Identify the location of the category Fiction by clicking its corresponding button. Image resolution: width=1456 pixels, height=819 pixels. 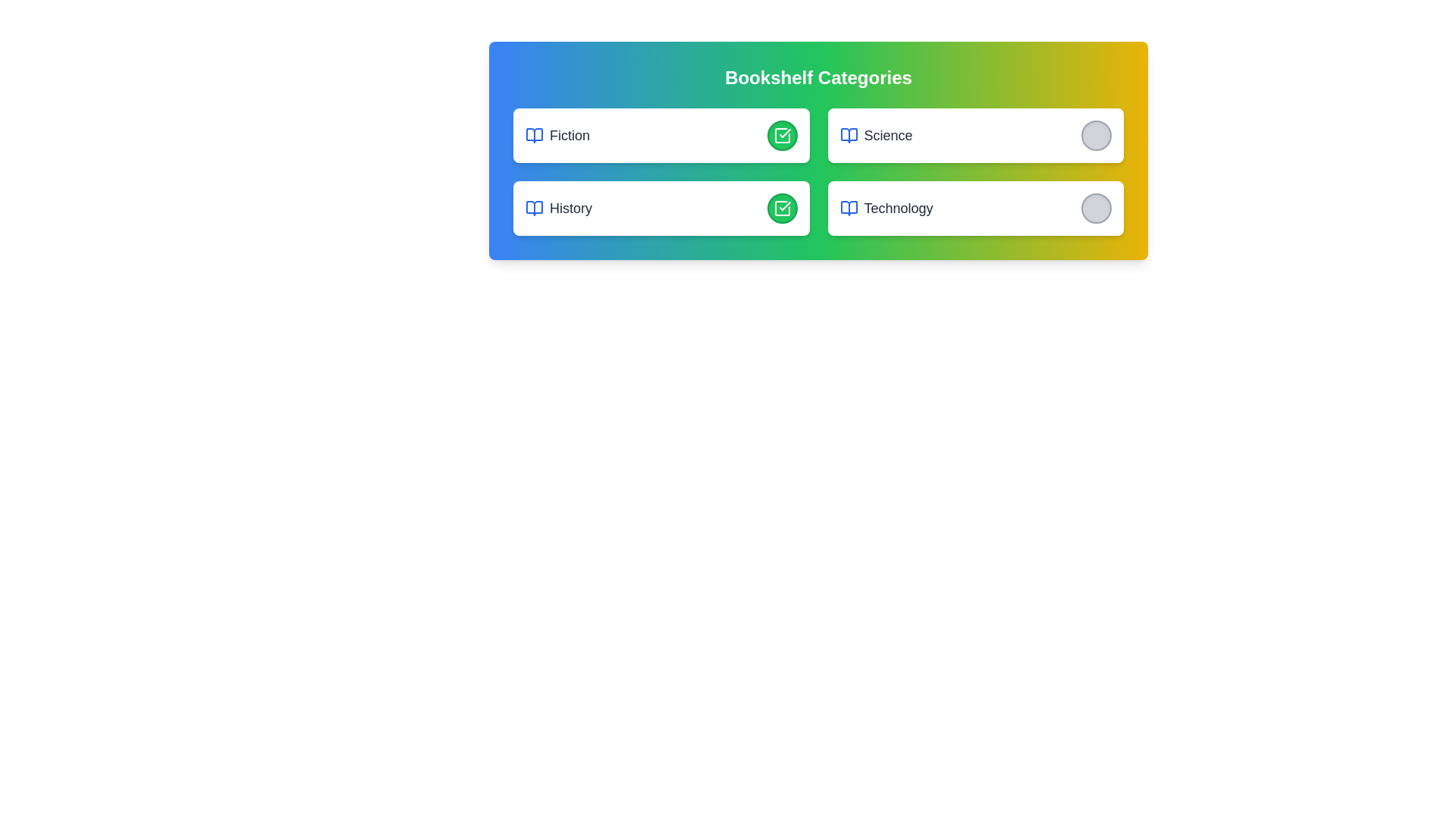
(782, 134).